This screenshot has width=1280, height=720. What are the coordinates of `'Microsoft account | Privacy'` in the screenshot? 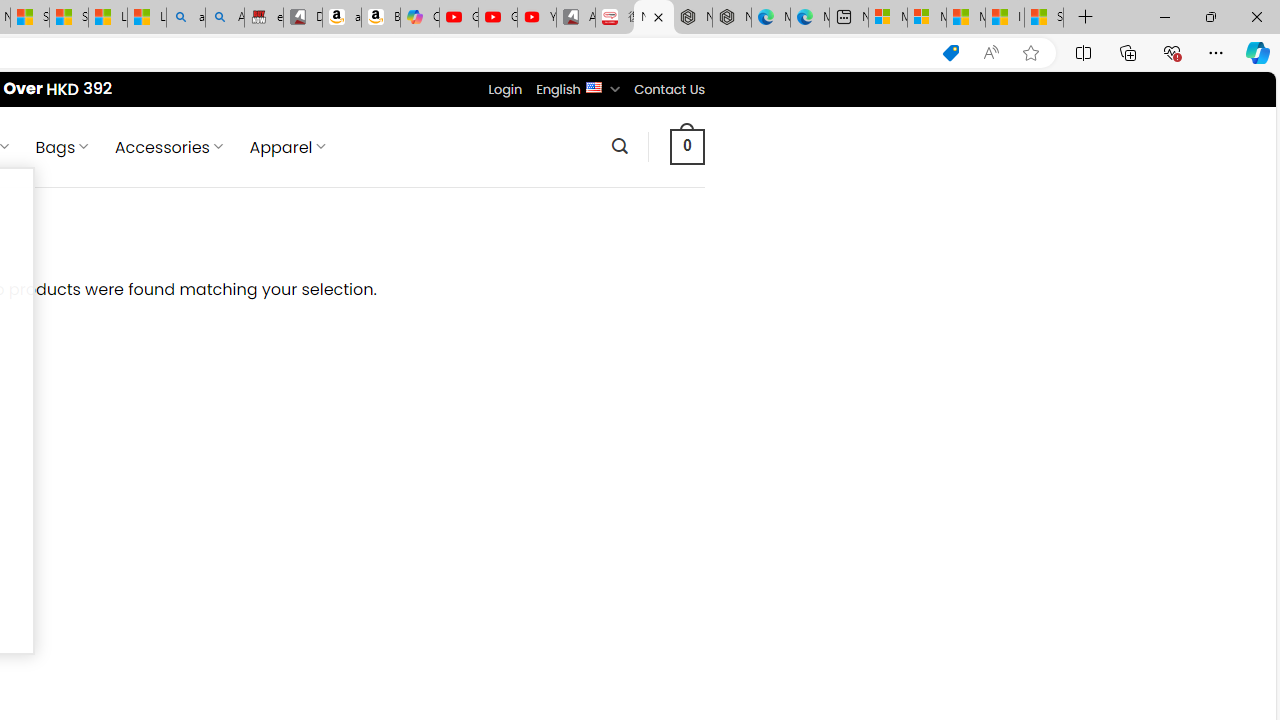 It's located at (925, 17).